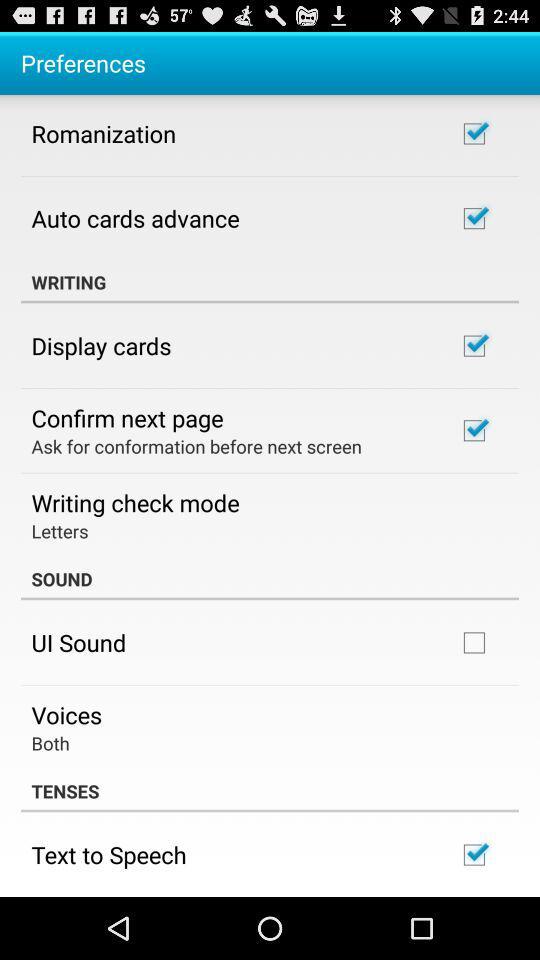 Image resolution: width=540 pixels, height=960 pixels. What do you see at coordinates (59, 529) in the screenshot?
I see `the letters icon` at bounding box center [59, 529].